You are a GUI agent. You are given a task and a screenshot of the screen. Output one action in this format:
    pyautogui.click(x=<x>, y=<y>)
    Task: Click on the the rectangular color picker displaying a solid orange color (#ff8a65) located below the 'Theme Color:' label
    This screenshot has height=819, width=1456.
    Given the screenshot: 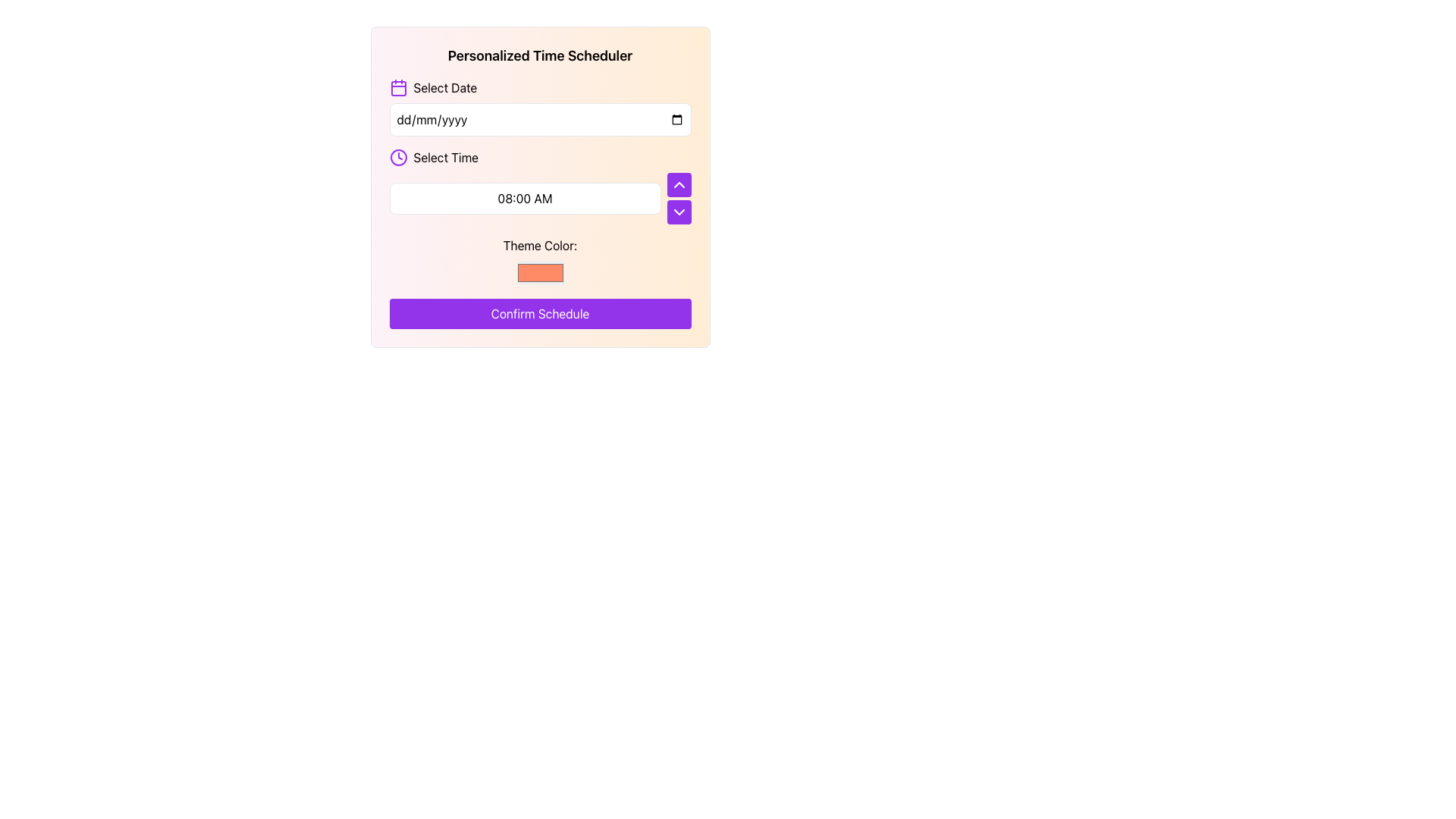 What is the action you would take?
    pyautogui.click(x=540, y=271)
    